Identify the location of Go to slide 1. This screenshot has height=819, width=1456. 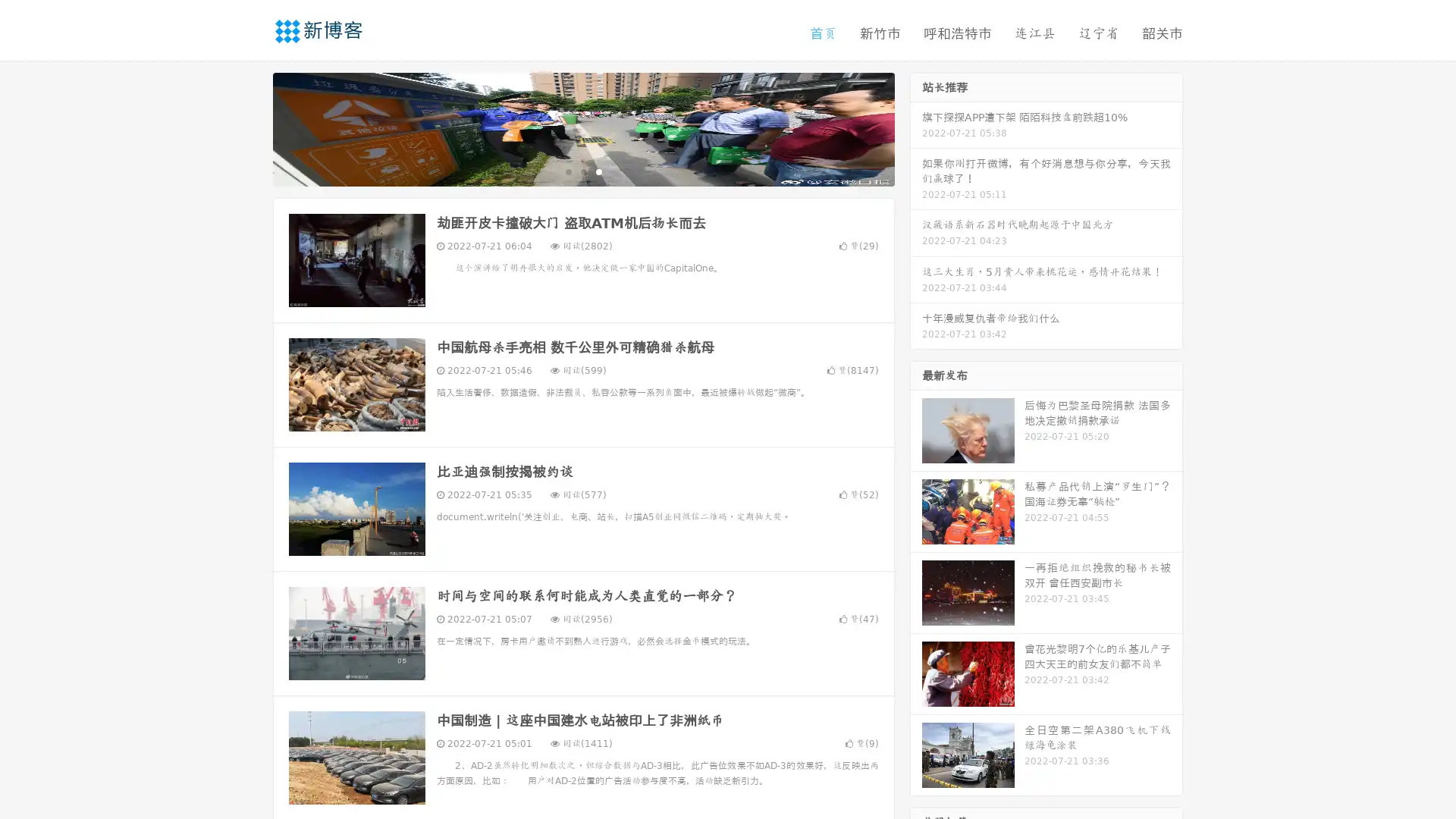
(567, 171).